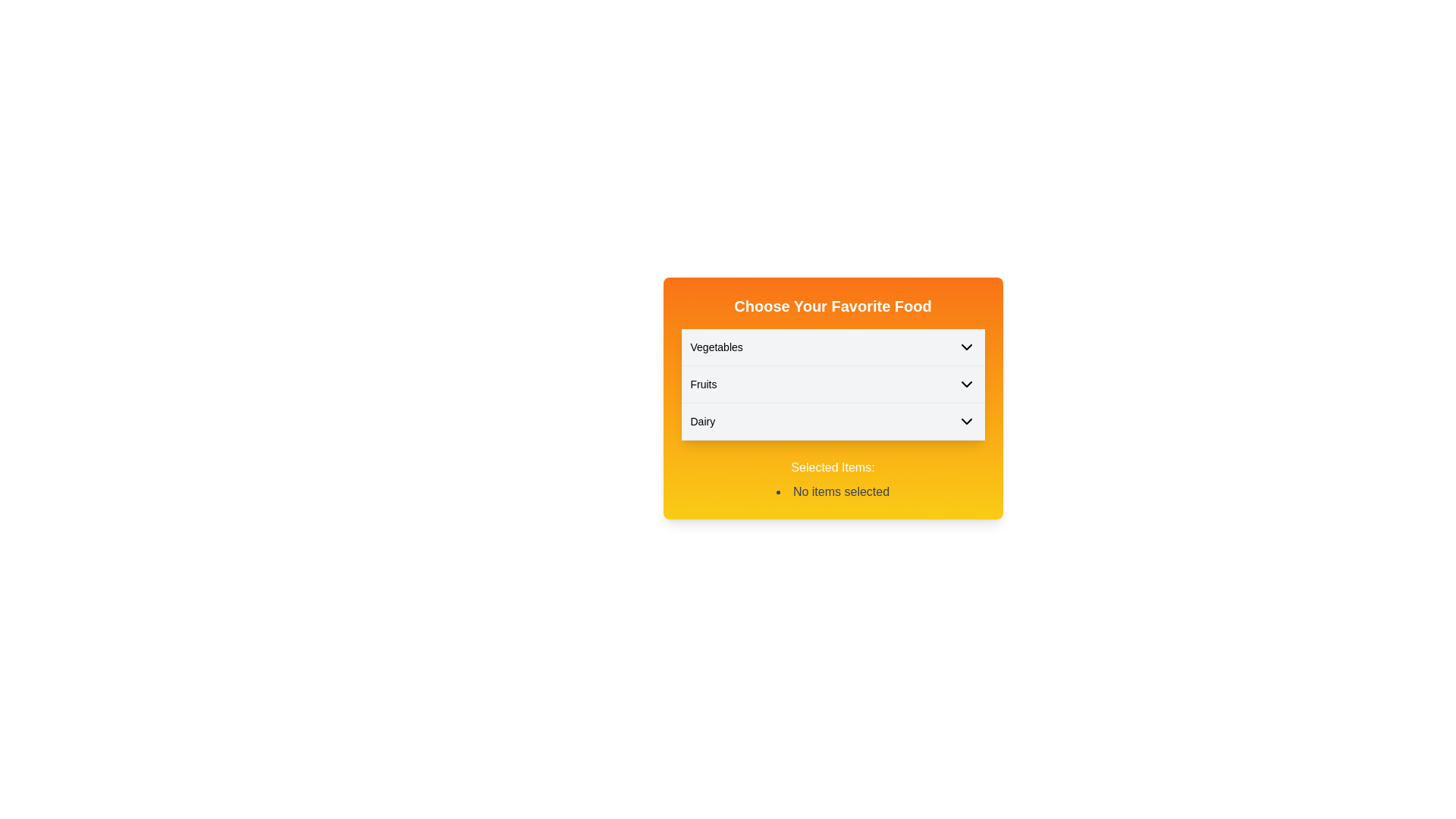 This screenshot has width=1456, height=819. I want to click on the Text Header at the top section of the card, which features bold white text on an orange background, so click(832, 306).